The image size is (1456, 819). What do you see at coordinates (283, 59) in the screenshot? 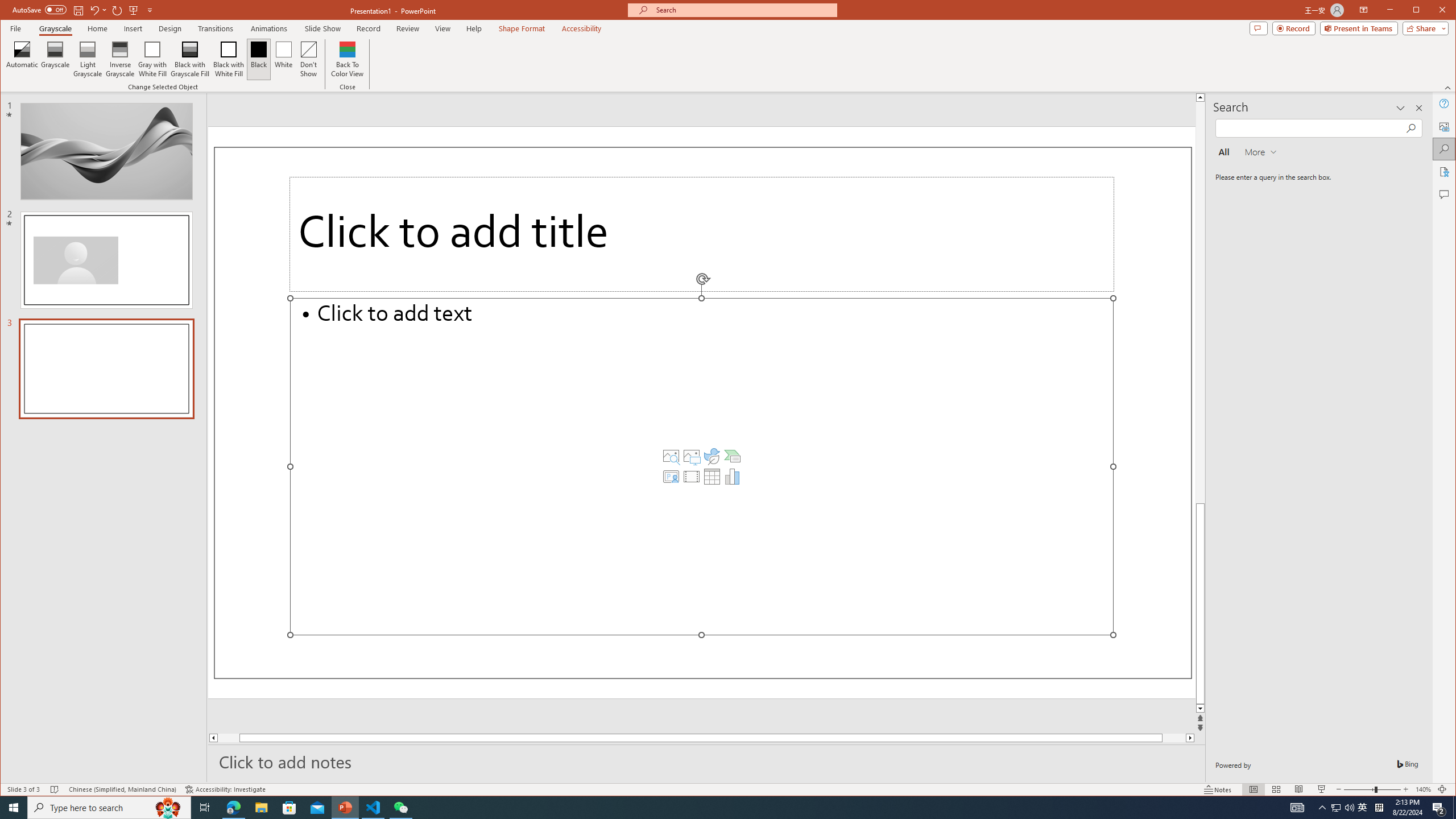
I see `'White'` at bounding box center [283, 59].